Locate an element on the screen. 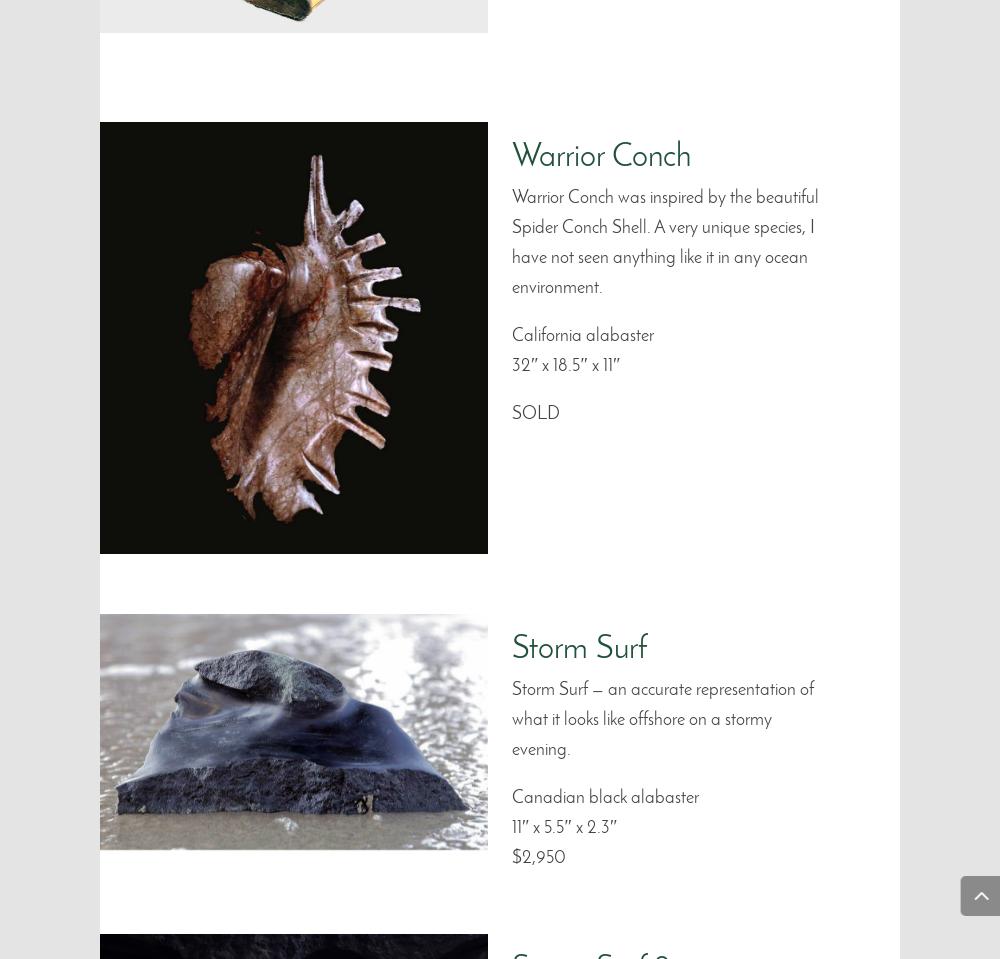  'California alabaster' is located at coordinates (582, 335).